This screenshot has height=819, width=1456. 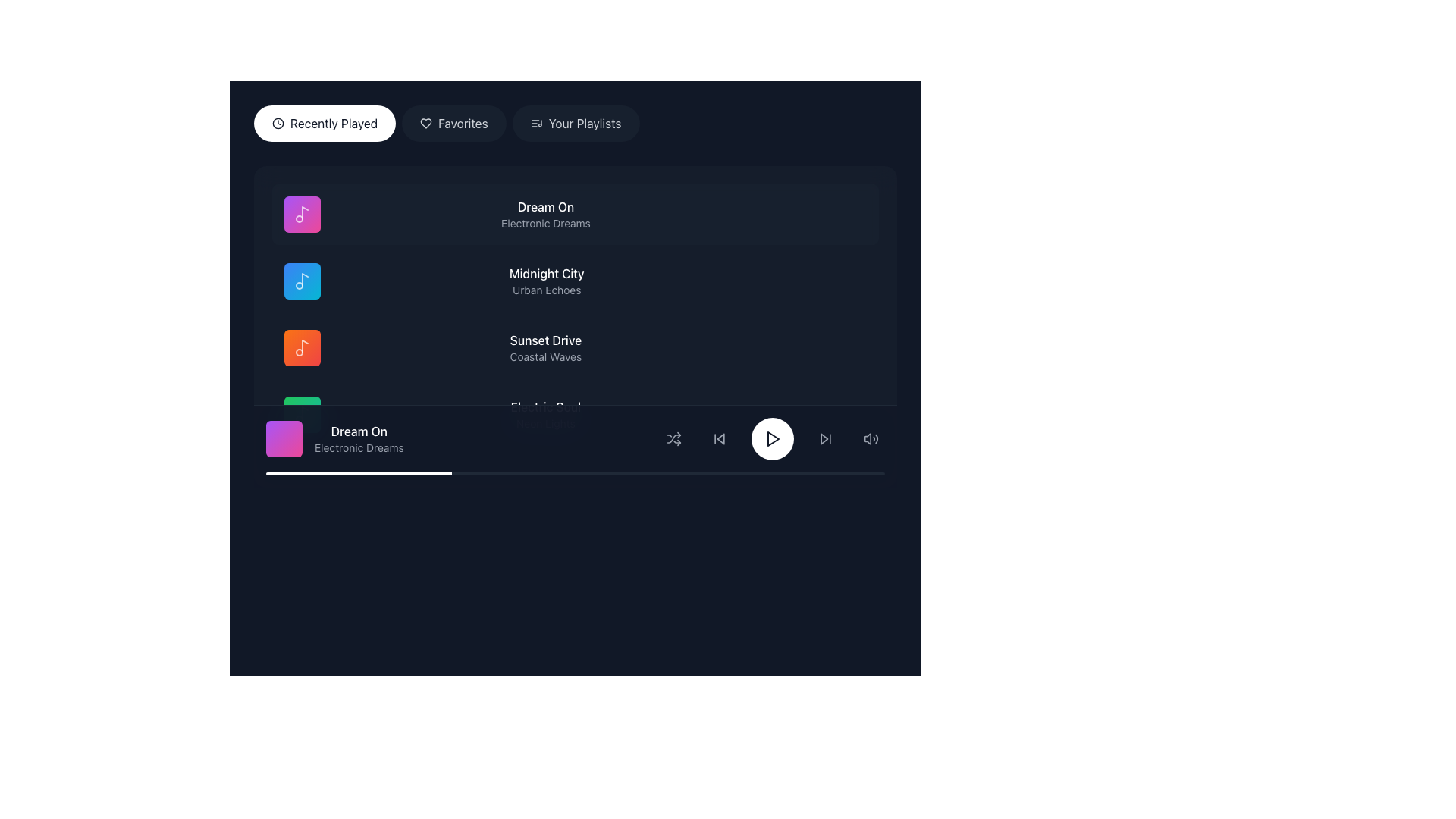 What do you see at coordinates (574, 348) in the screenshot?
I see `the music item titled 'Sunset Drive' with the subtitle 'Coastal Waves'` at bounding box center [574, 348].